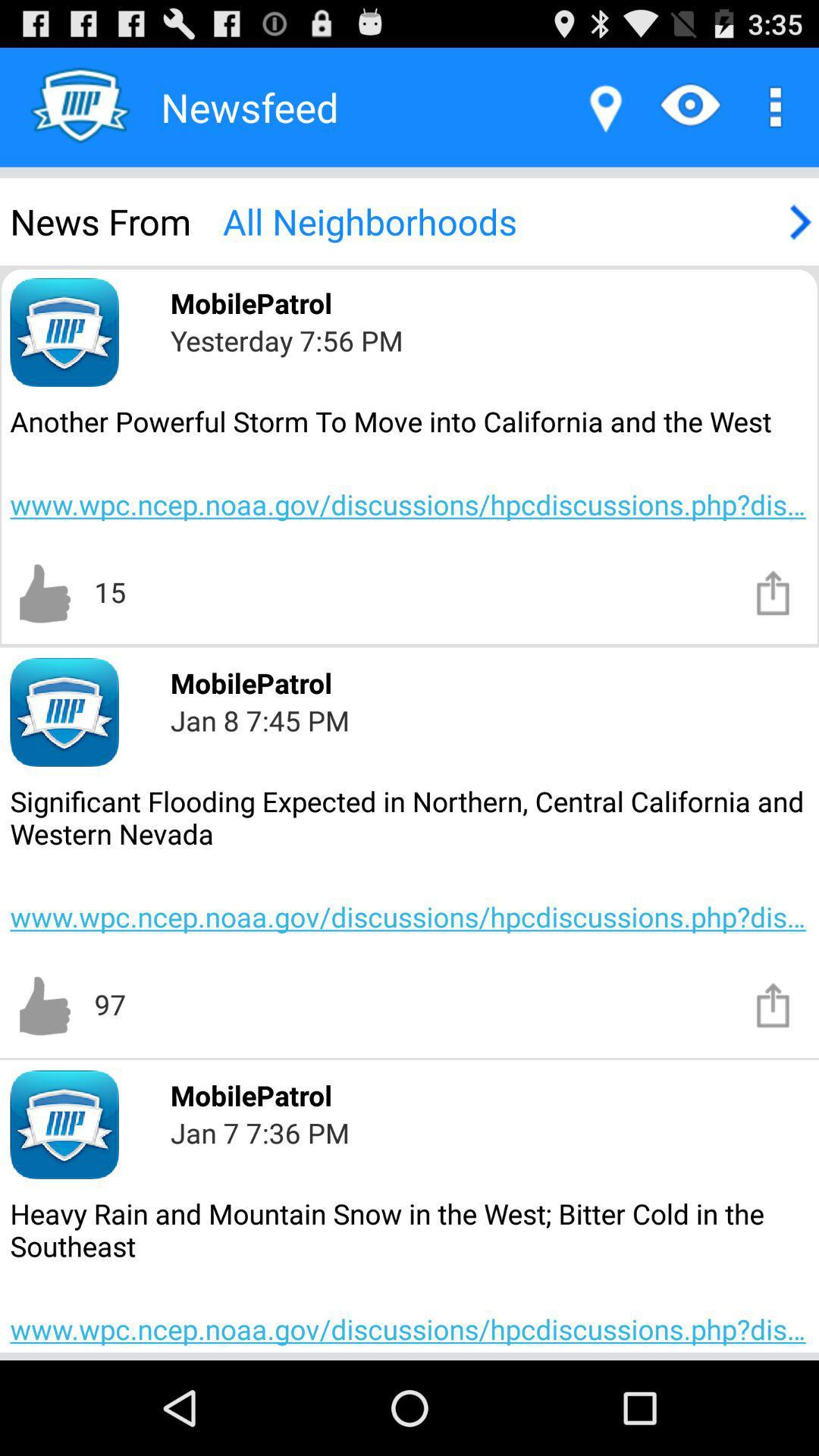 The image size is (819, 1456). What do you see at coordinates (773, 591) in the screenshot?
I see `download the information` at bounding box center [773, 591].